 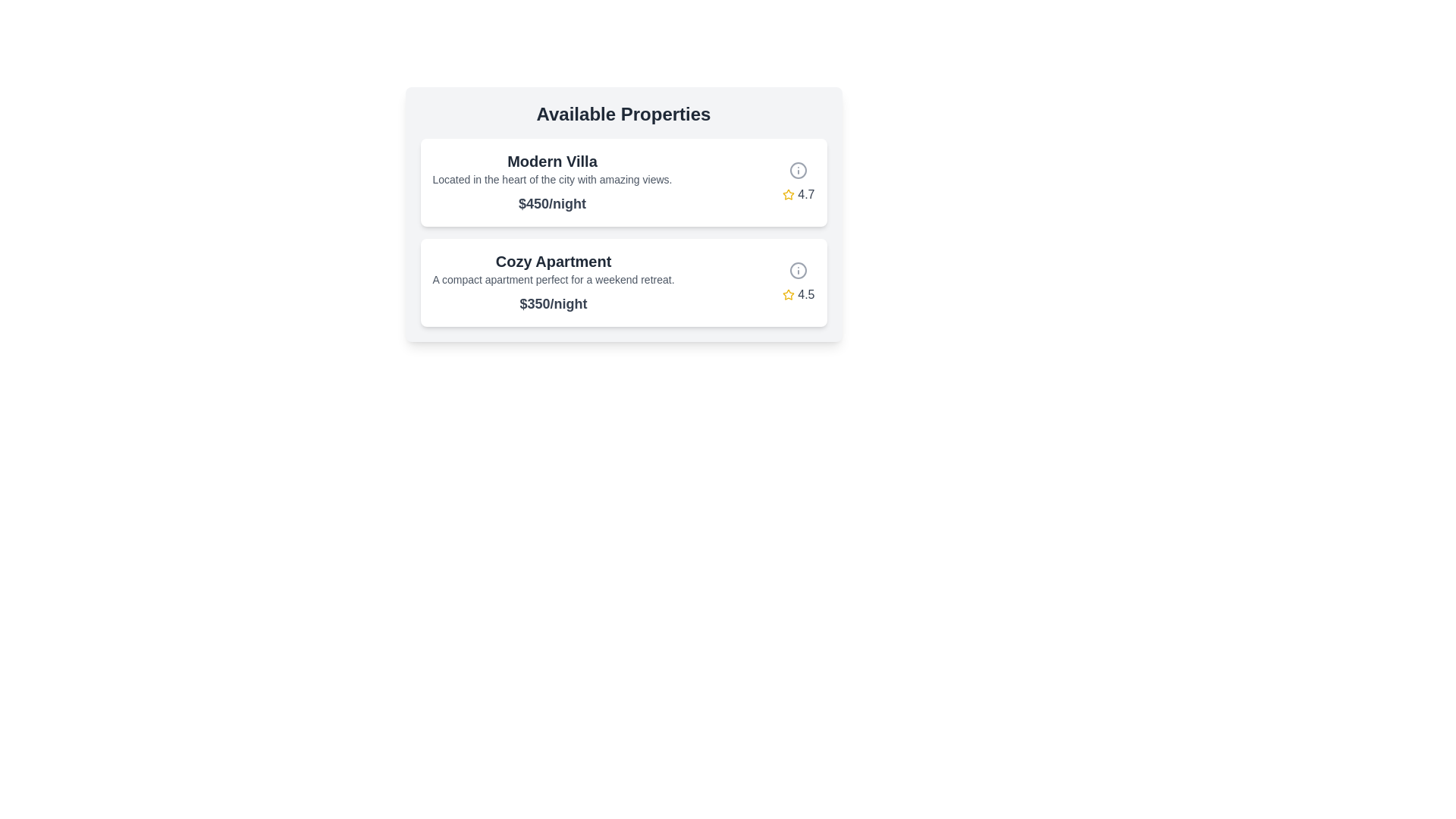 I want to click on the descriptive text element providing additional context about the 'Cozy Apartment' listing, which is positioned between the title and the price information, so click(x=552, y=280).